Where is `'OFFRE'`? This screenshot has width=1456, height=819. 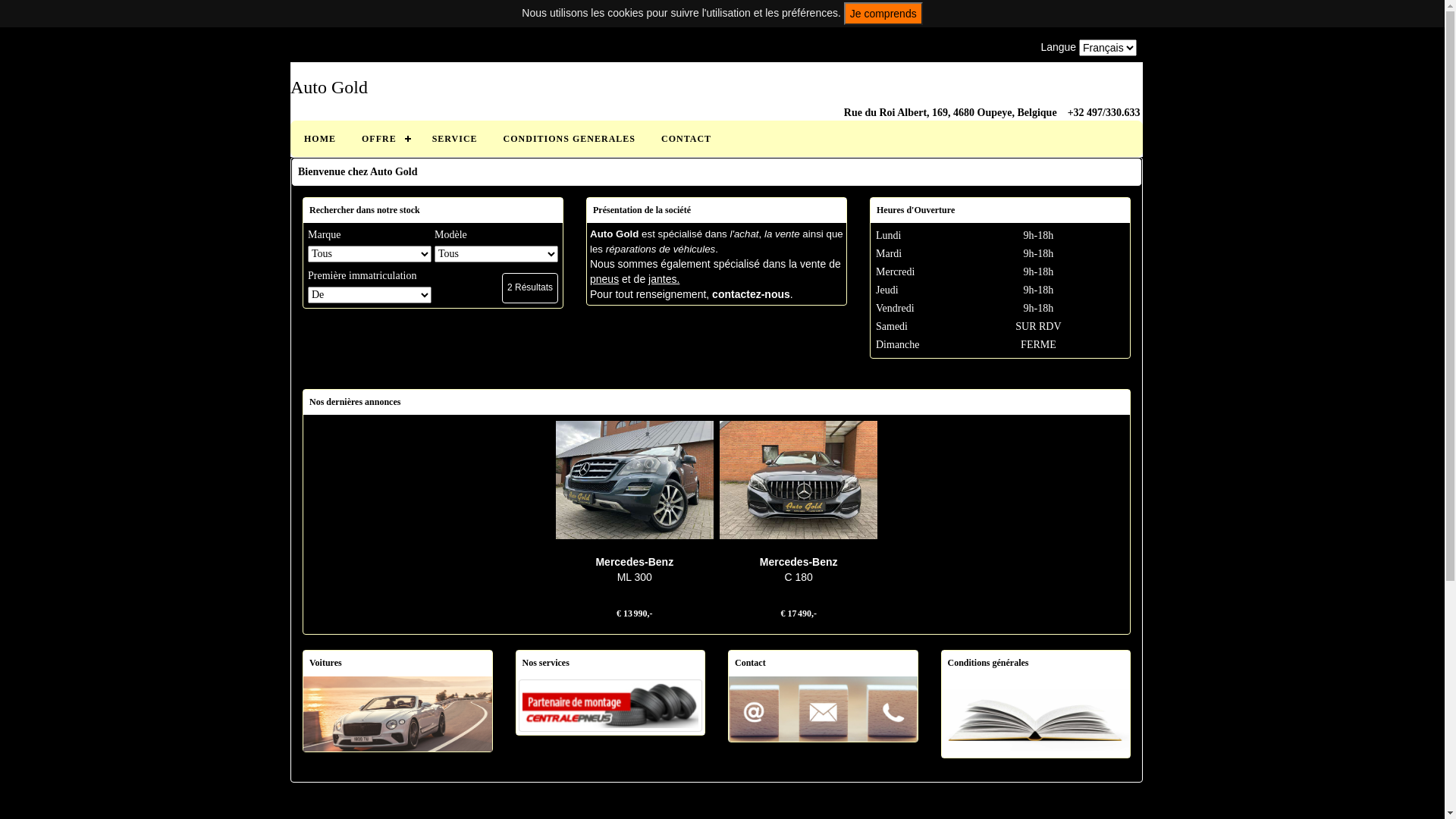 'OFFRE' is located at coordinates (384, 138).